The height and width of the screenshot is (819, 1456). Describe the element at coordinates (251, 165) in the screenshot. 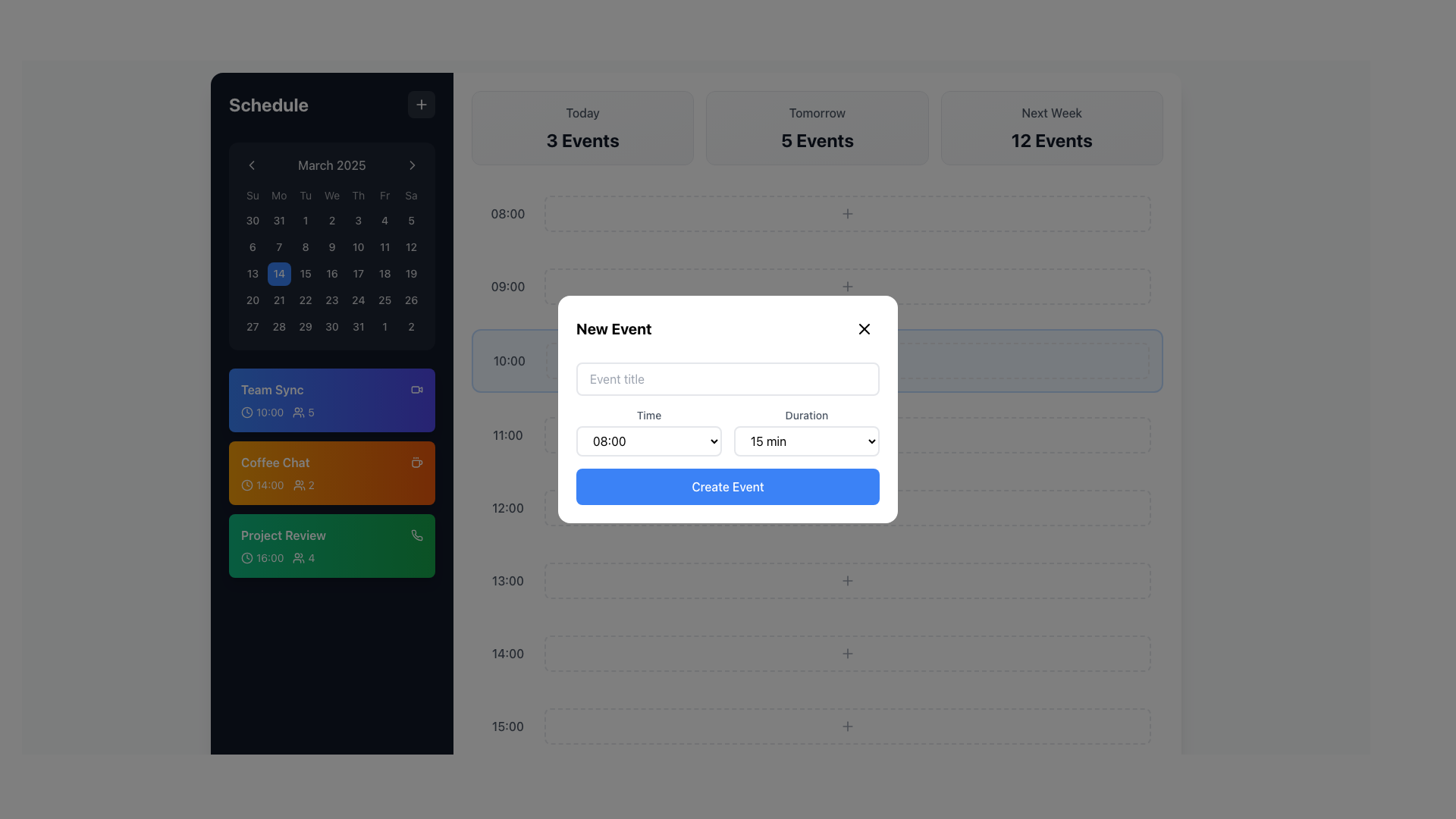

I see `the navigation button located in the top-left section of the calendar interface to move to the previous month` at that location.